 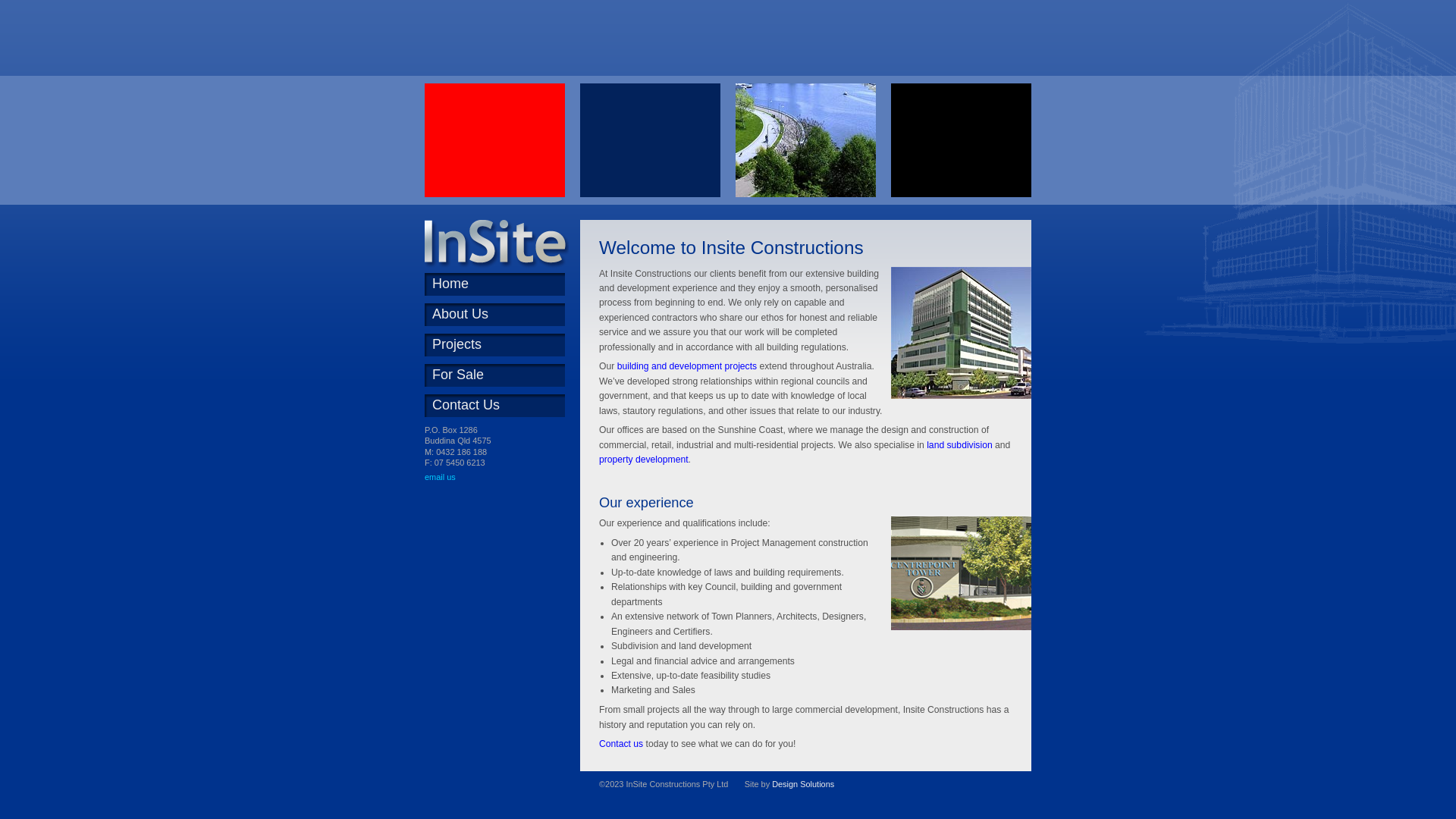 I want to click on 'Contact us', so click(x=621, y=742).